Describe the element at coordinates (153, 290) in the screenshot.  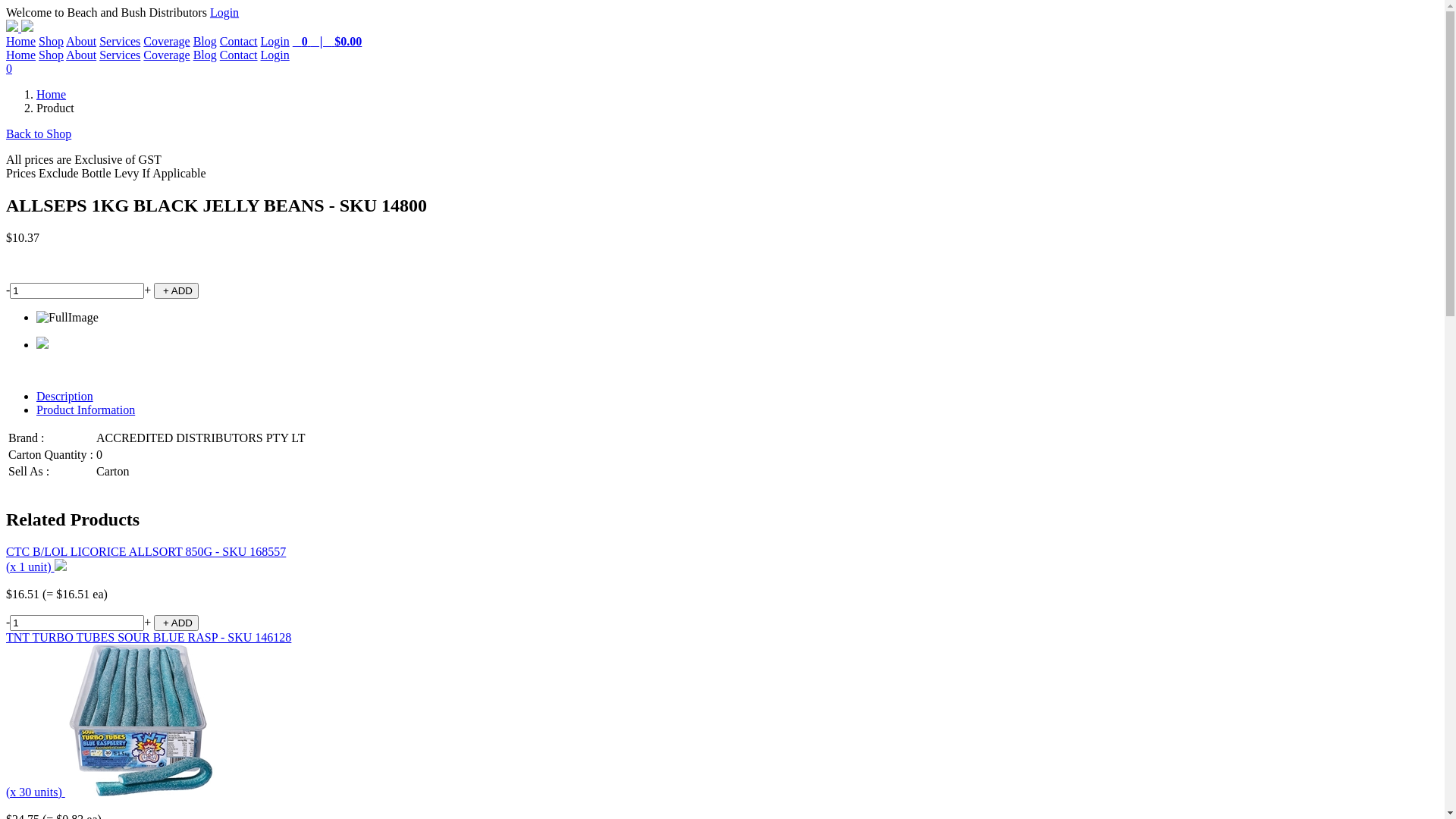
I see `' + ADD'` at that location.